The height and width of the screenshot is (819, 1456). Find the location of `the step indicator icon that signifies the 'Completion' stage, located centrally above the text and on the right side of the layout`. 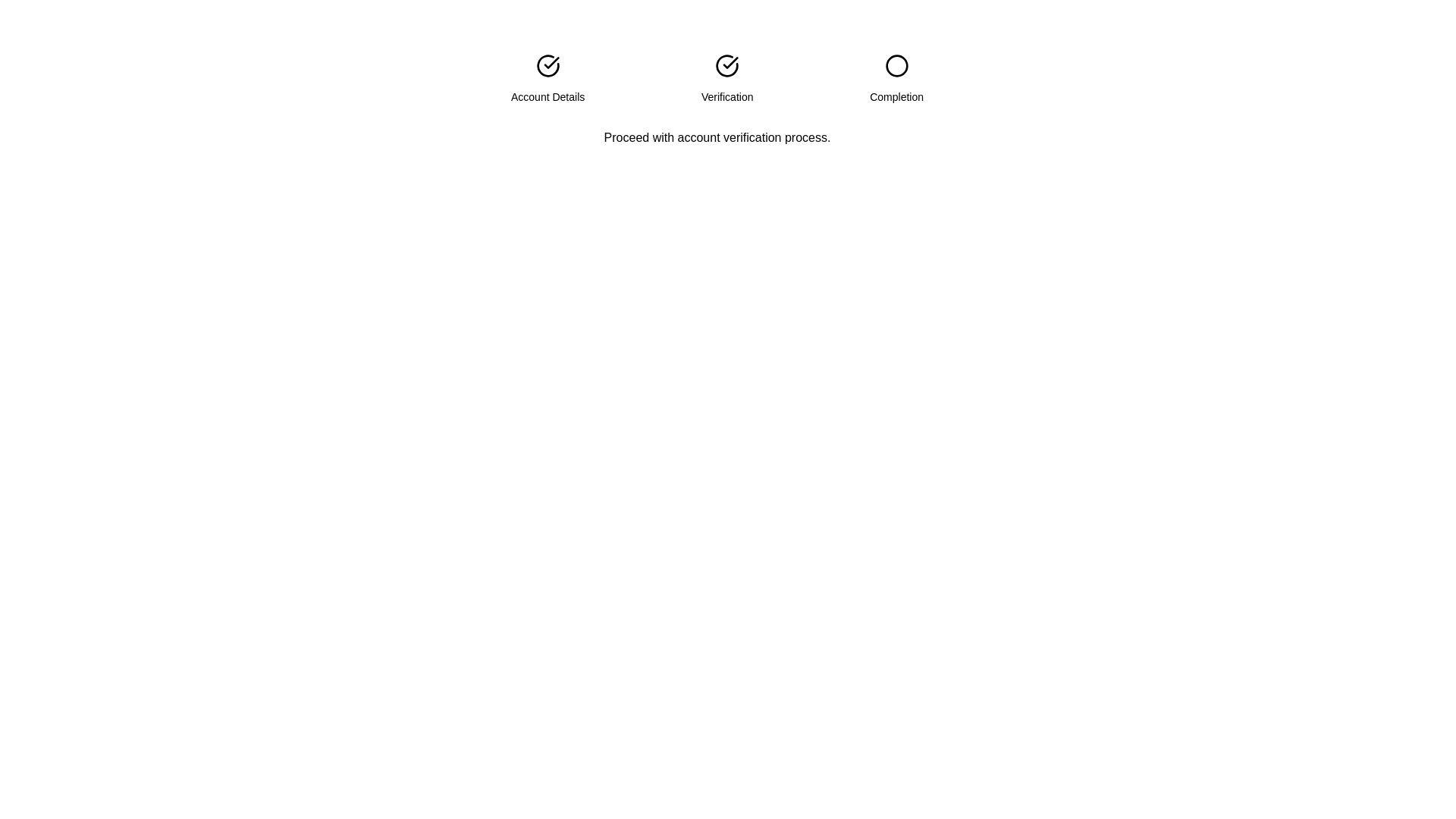

the step indicator icon that signifies the 'Completion' stage, located centrally above the text and on the right side of the layout is located at coordinates (896, 65).